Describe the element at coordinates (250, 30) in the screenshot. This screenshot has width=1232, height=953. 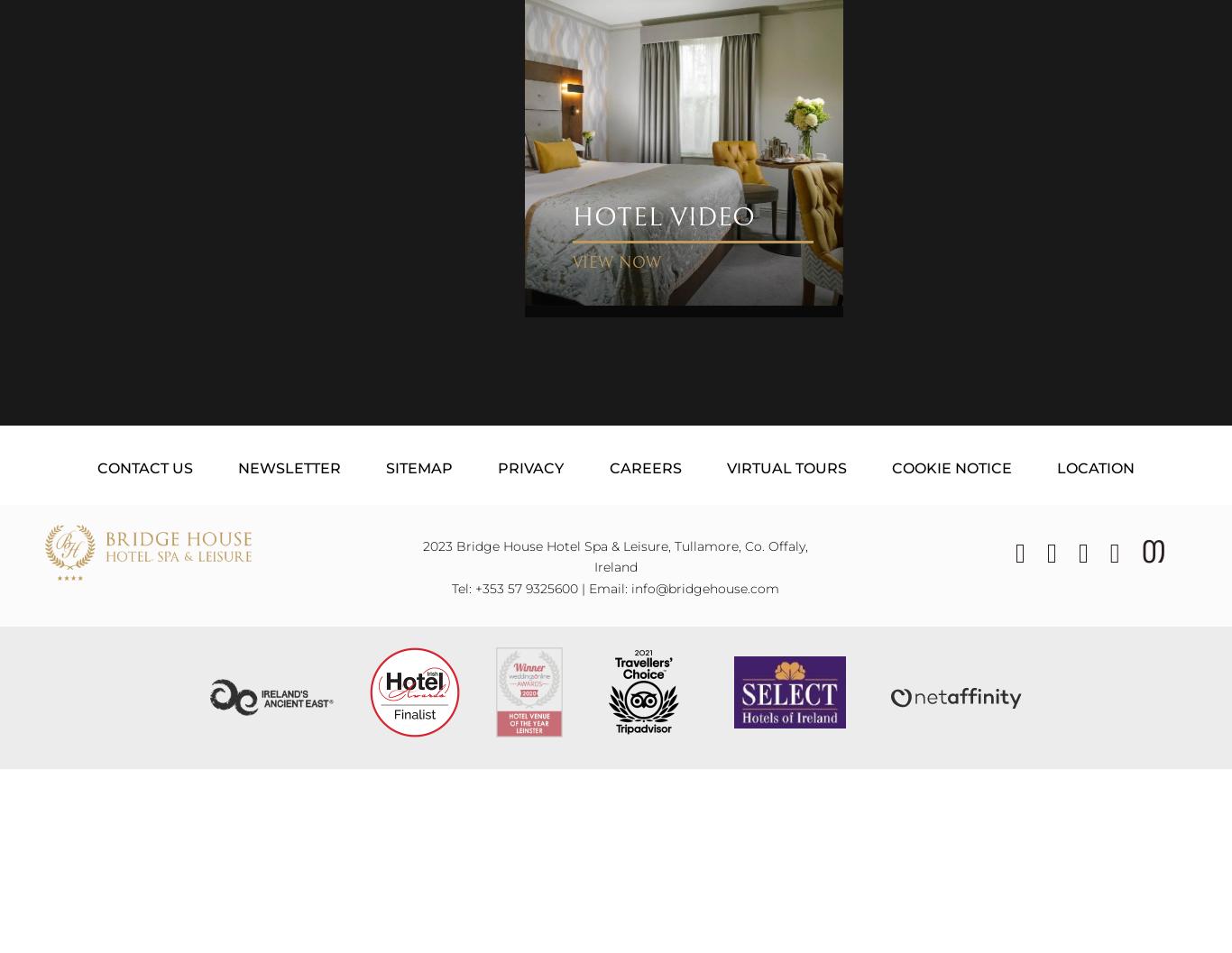
I see `'Golf Enquiries'` at that location.